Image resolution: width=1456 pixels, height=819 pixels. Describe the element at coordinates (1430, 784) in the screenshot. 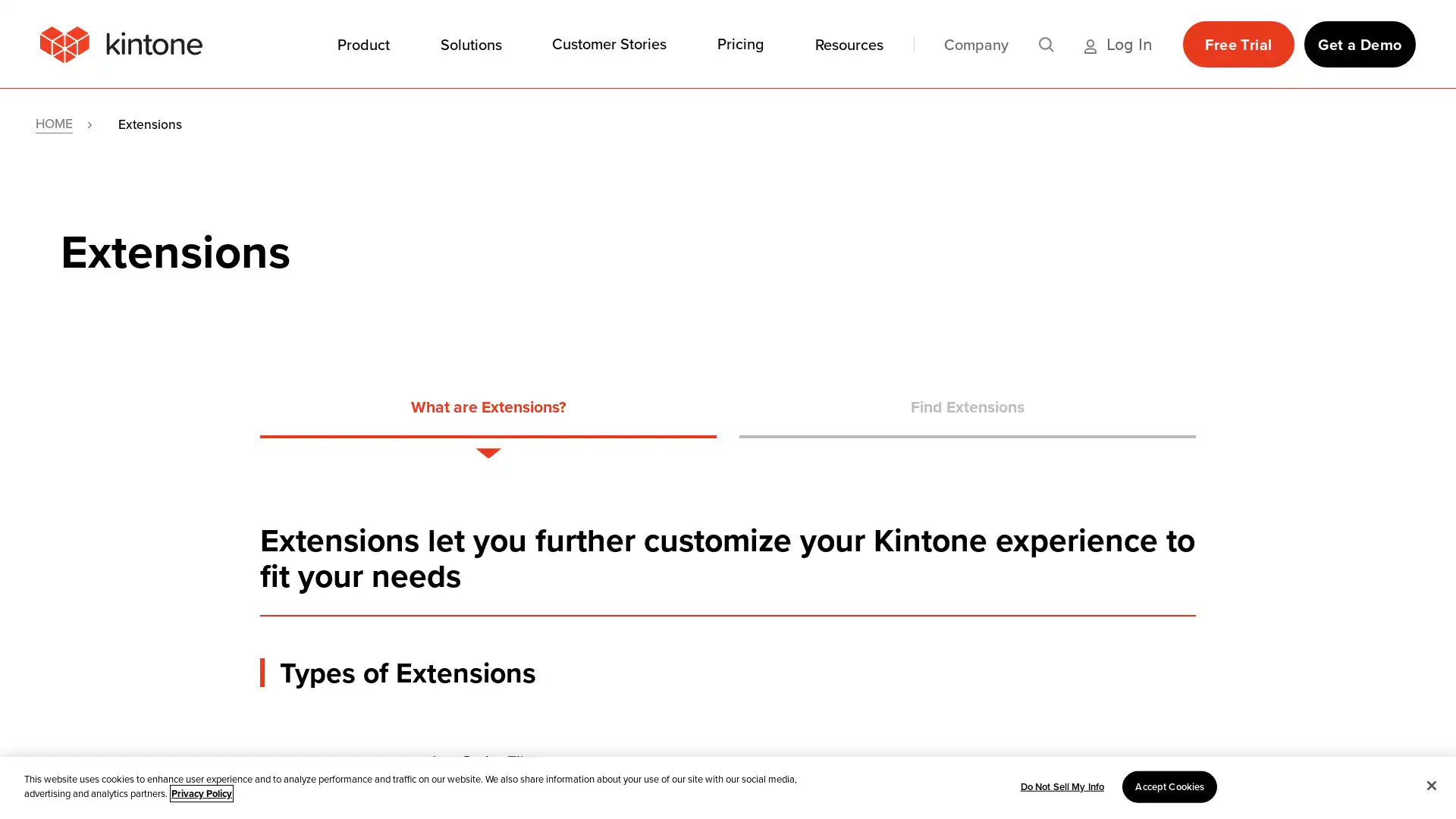

I see `Close` at that location.